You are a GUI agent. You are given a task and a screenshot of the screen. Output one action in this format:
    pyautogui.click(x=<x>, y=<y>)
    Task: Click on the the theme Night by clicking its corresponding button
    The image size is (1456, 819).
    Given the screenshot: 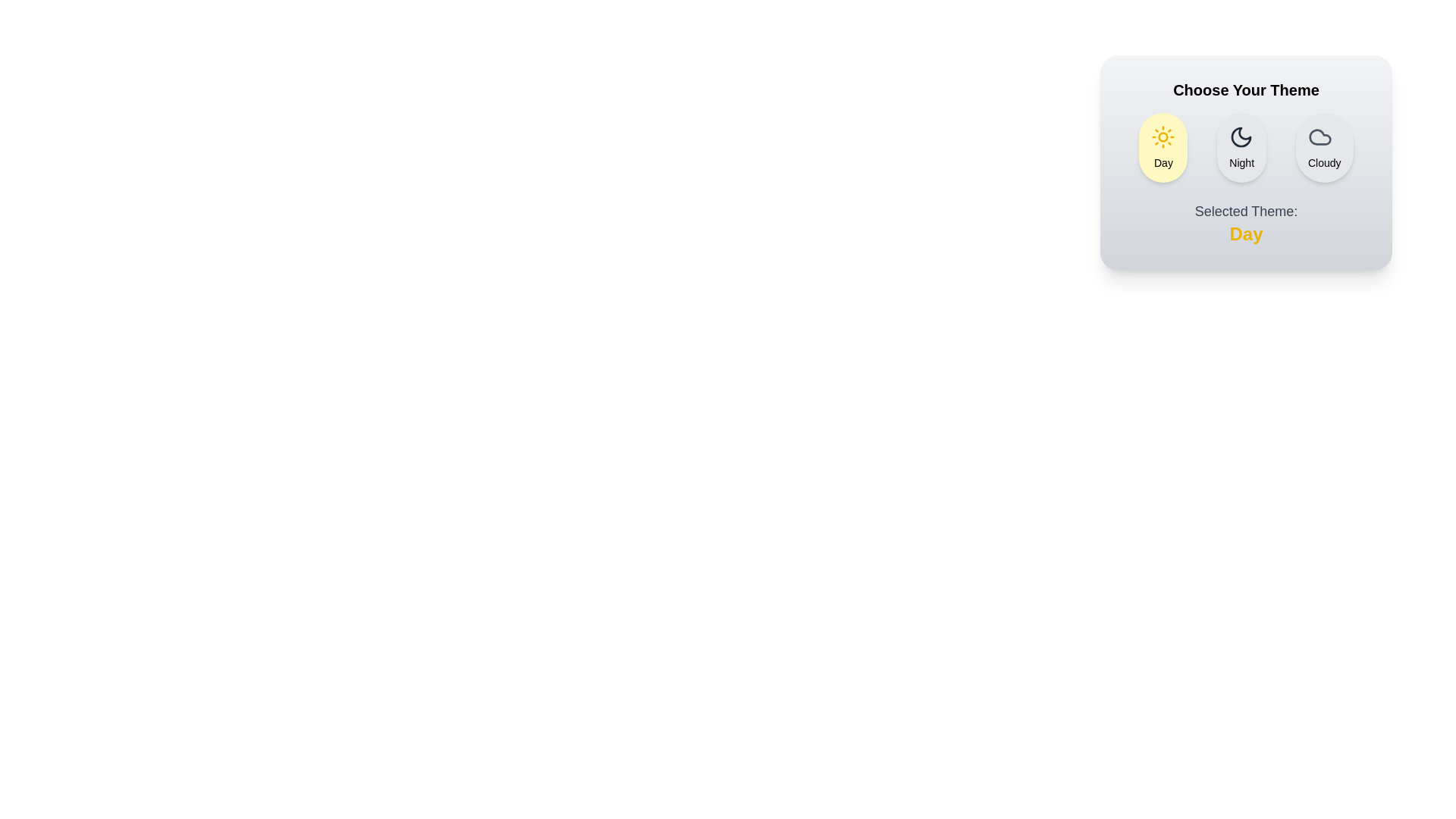 What is the action you would take?
    pyautogui.click(x=1241, y=148)
    